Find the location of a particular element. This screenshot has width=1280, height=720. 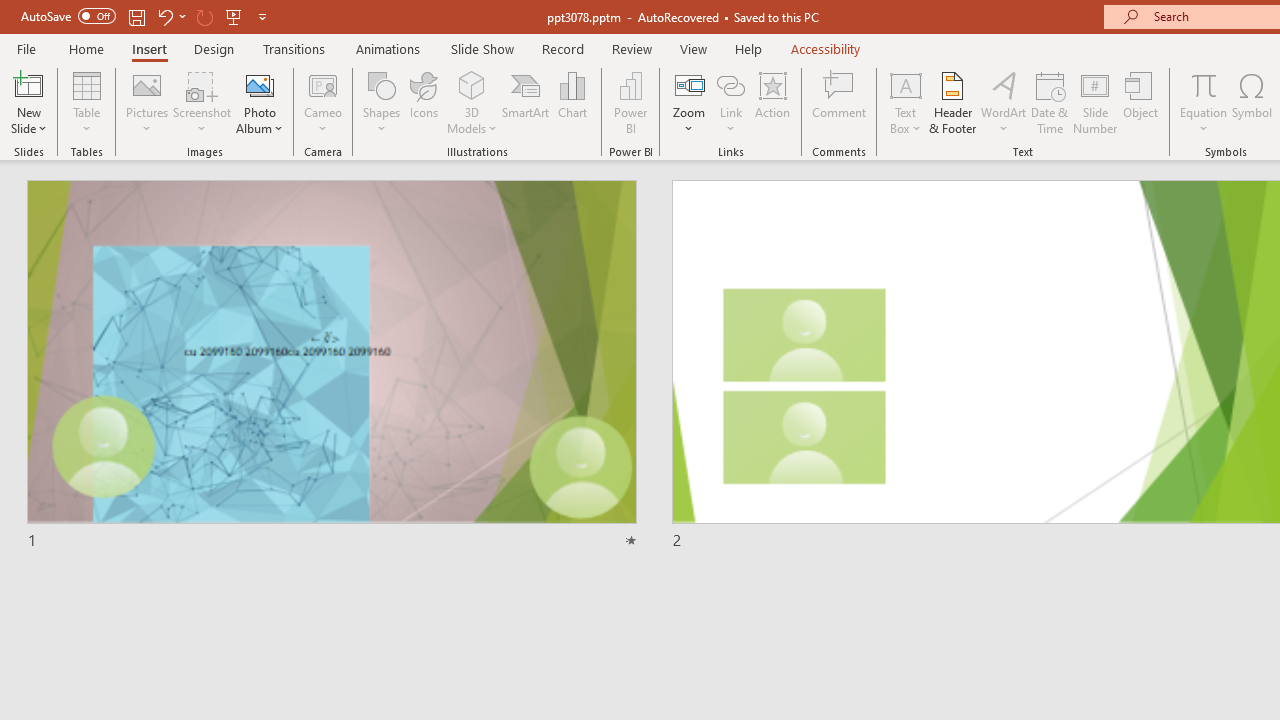

'Pictures' is located at coordinates (146, 103).